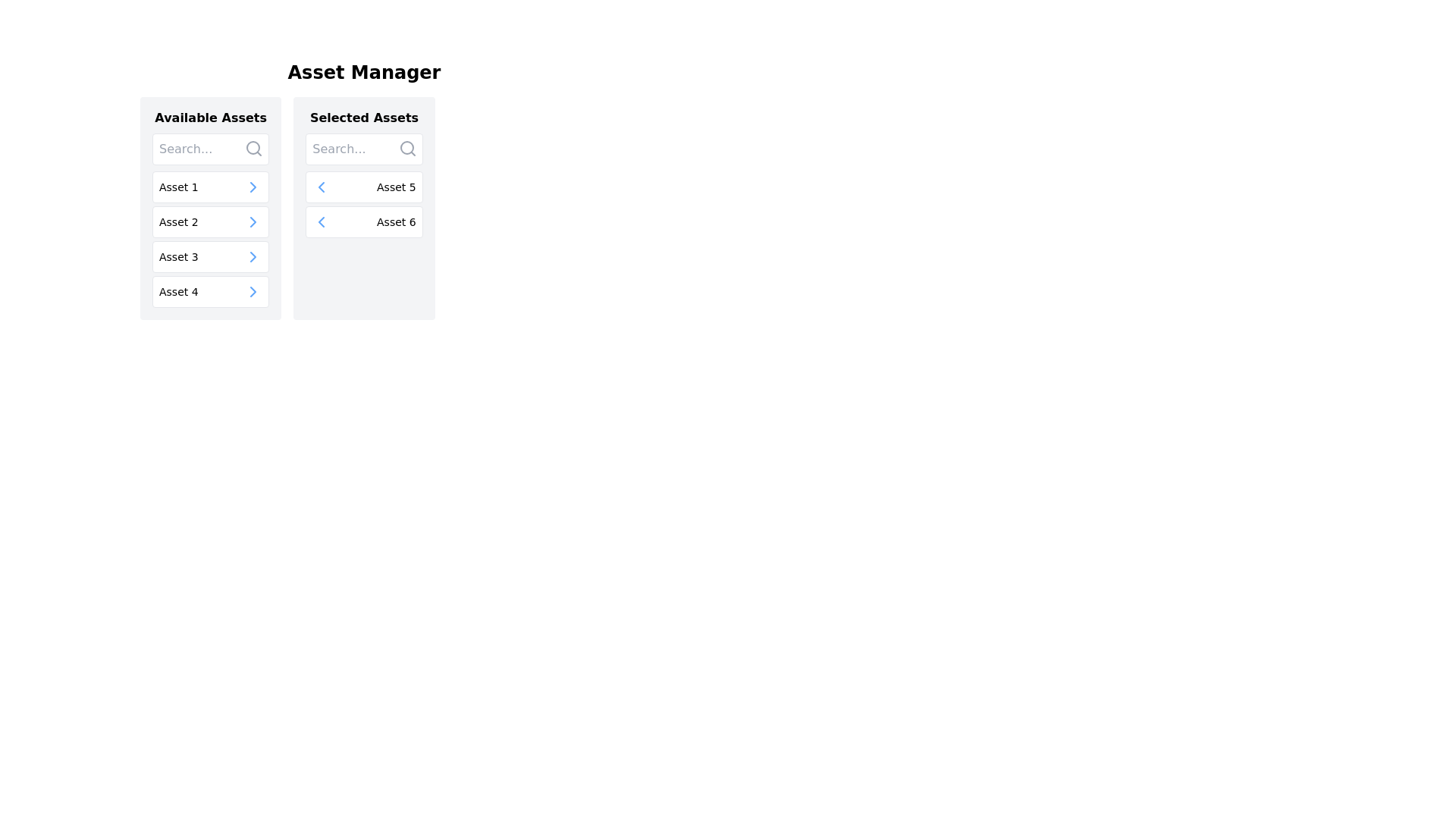  What do you see at coordinates (406, 148) in the screenshot?
I see `the circular part of the search icon located on the right side of the 'Selected Assets' search bar within the upper section of the 'Selected Assets' panel` at bounding box center [406, 148].